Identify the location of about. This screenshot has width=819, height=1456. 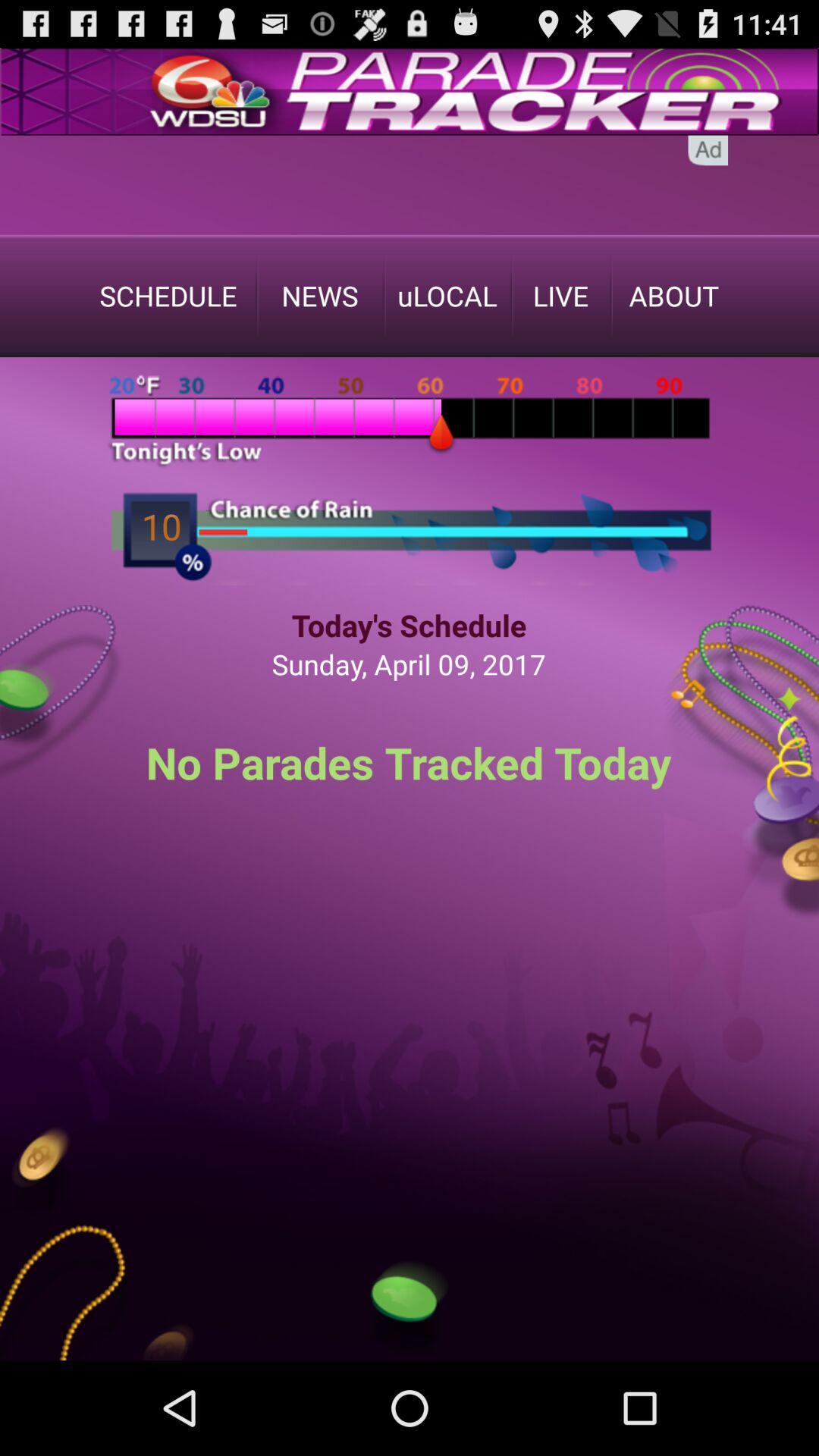
(673, 295).